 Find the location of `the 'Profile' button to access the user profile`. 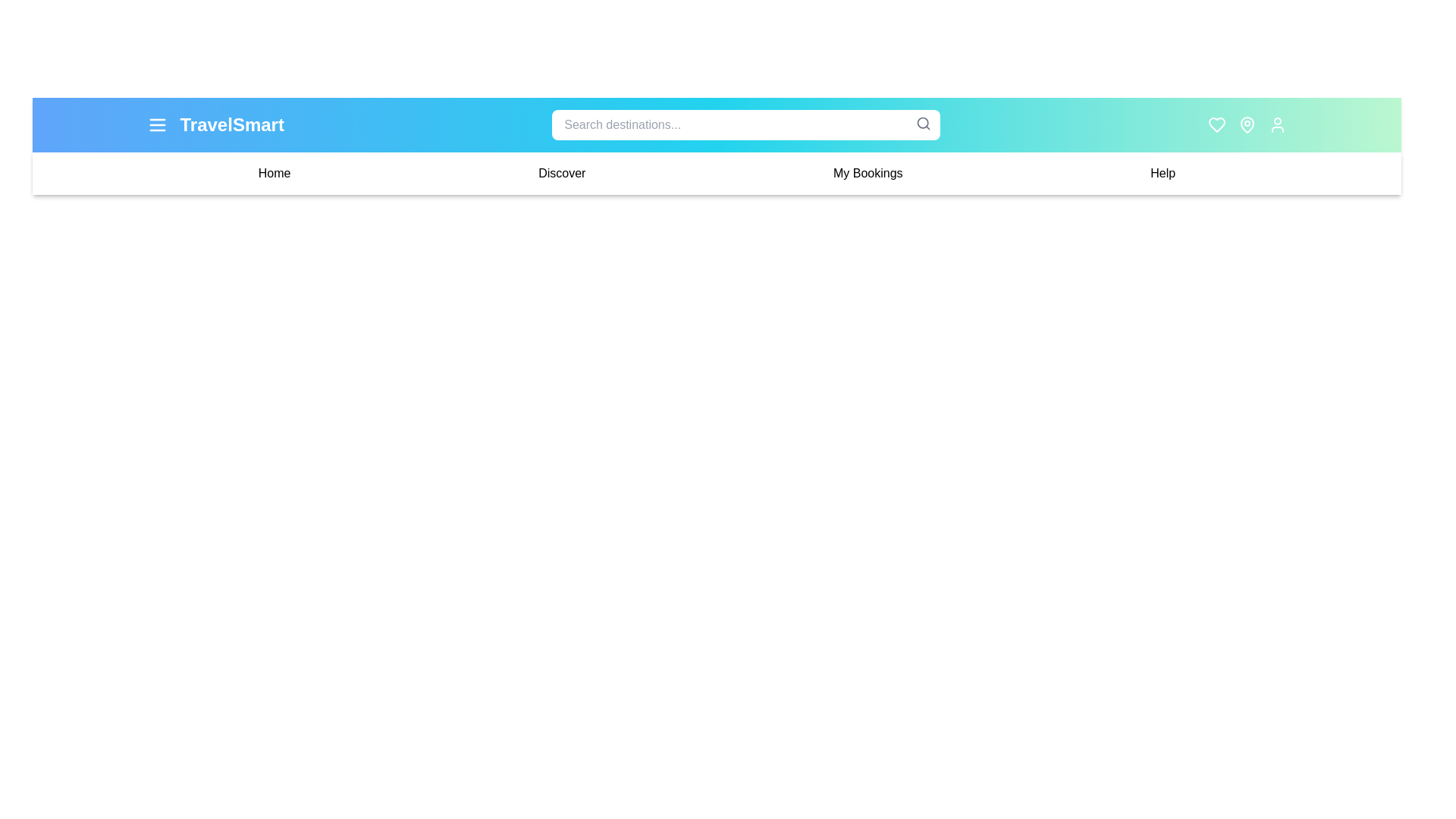

the 'Profile' button to access the user profile is located at coordinates (1277, 124).